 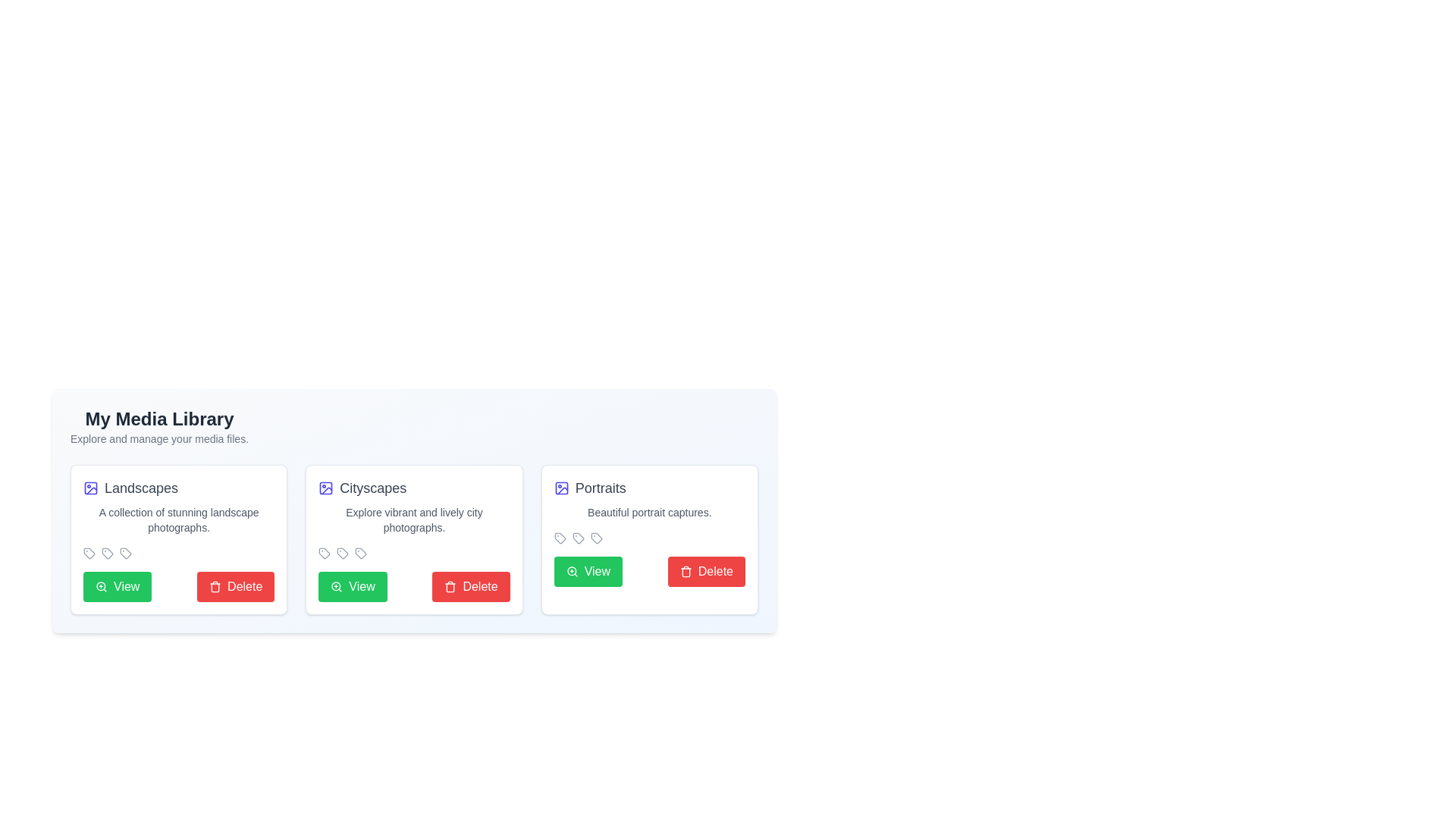 What do you see at coordinates (450, 587) in the screenshot?
I see `the decorative deletion icon located in the bottom-right corner of the 'Cityscapes' card, adjacent to the 'Delete' button` at bounding box center [450, 587].